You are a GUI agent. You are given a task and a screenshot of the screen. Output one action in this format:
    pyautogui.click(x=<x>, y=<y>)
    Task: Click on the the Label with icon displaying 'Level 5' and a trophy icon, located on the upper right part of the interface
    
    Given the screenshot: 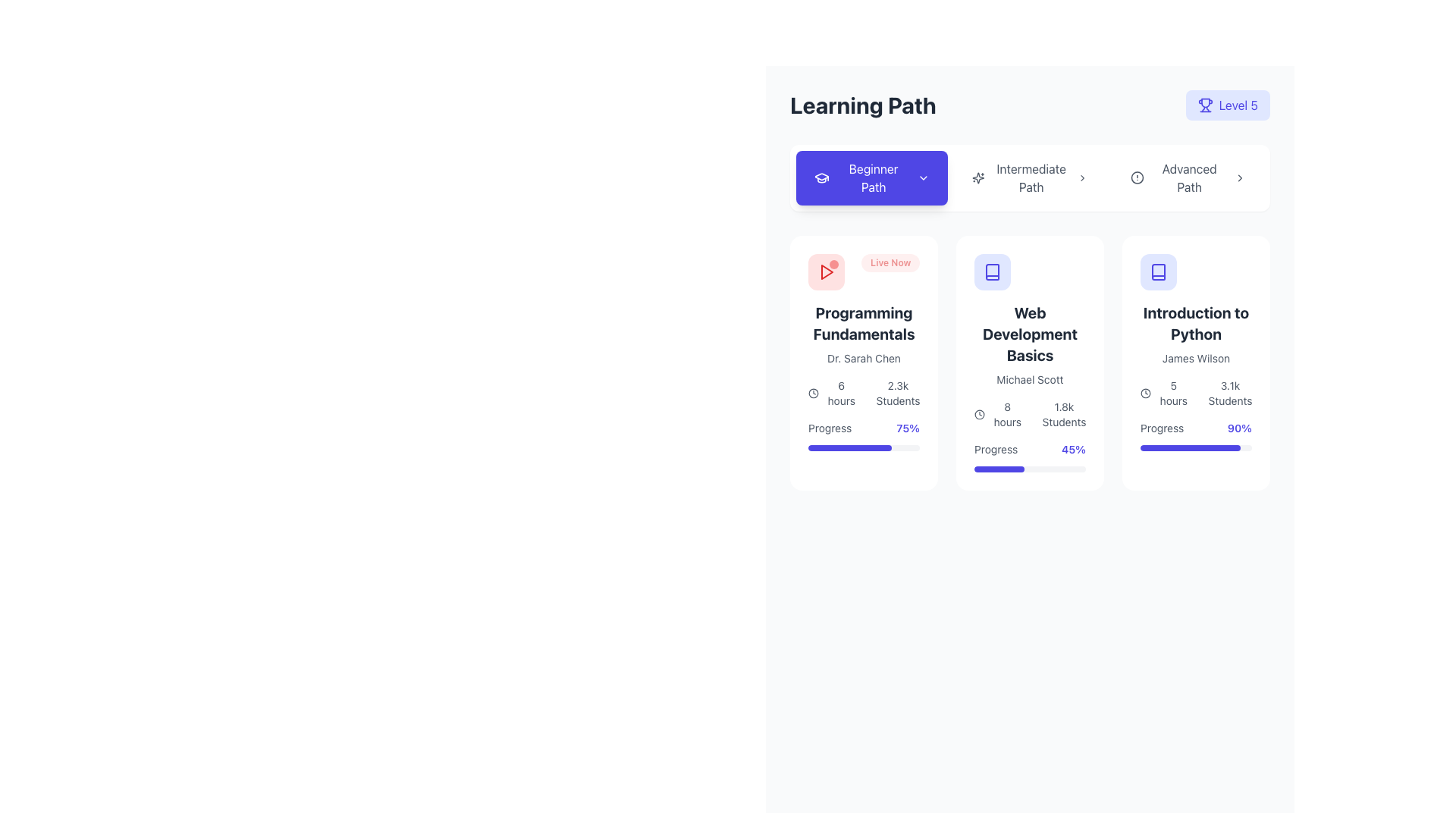 What is the action you would take?
    pyautogui.click(x=1228, y=104)
    